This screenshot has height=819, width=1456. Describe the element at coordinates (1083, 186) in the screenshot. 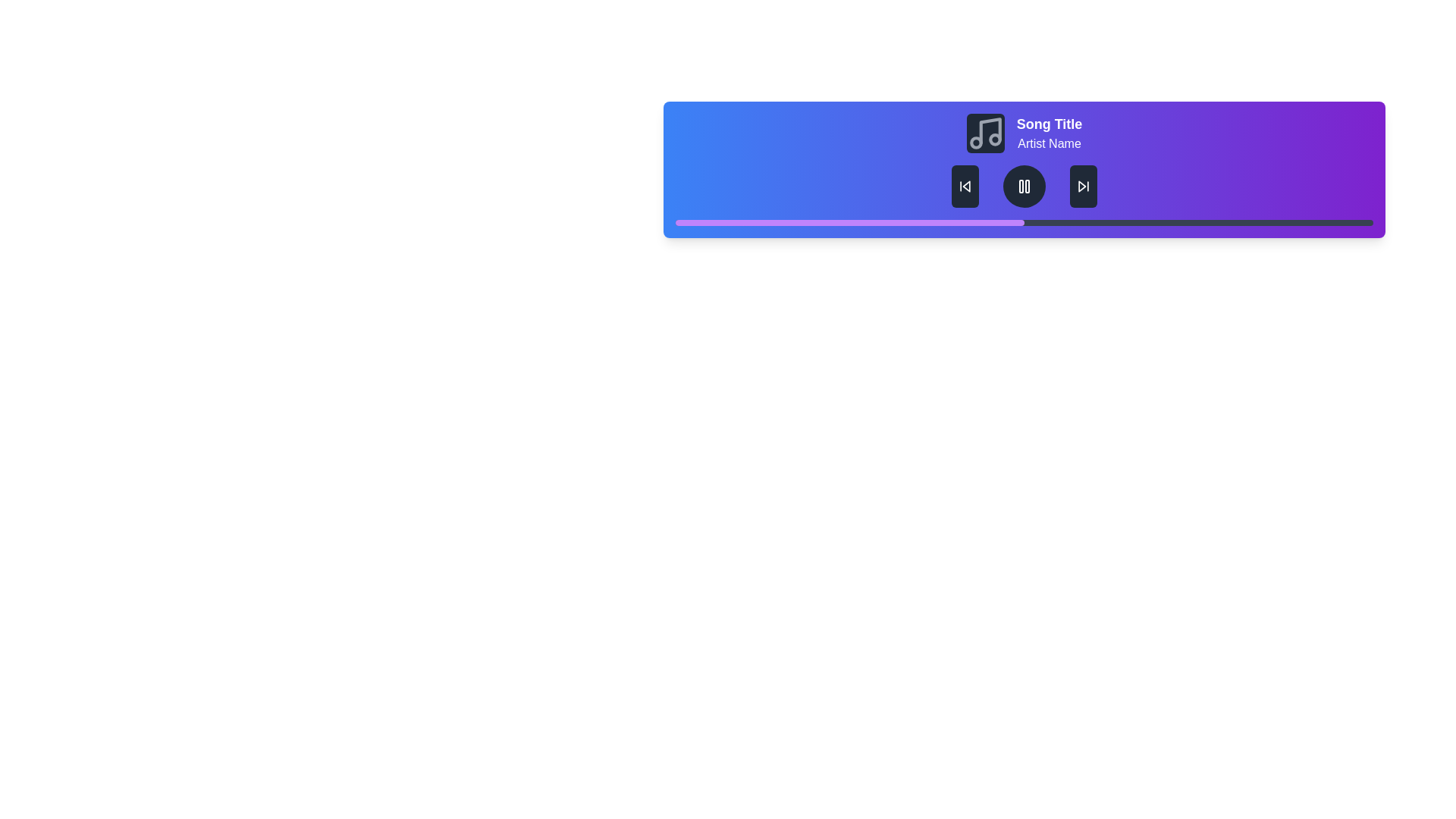

I see `the 'Skip Forward' button located at the rightmost position in the media player interface to skip to the next track` at that location.